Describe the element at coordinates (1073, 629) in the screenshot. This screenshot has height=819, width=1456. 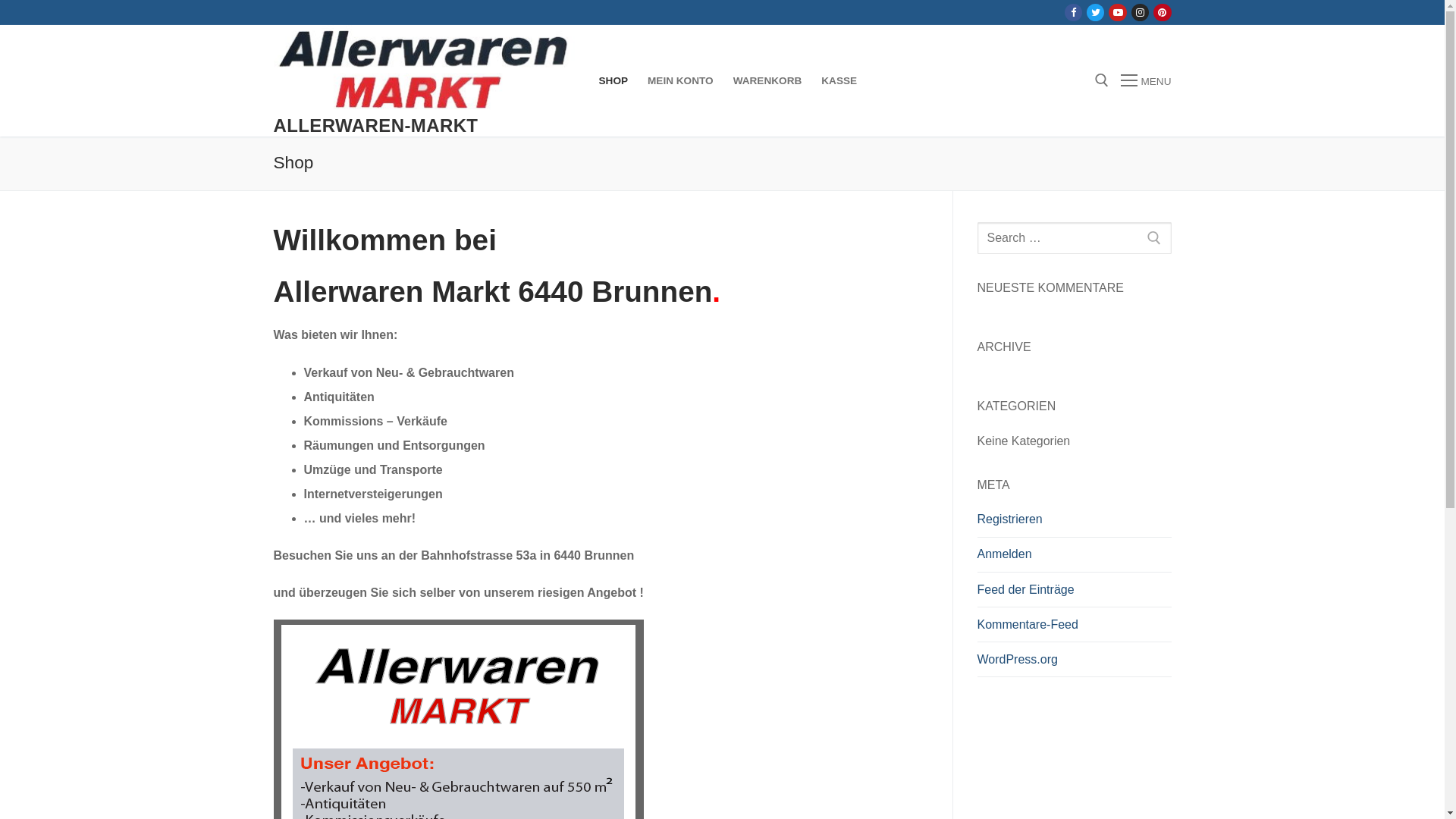
I see `'Kommentare-Feed'` at that location.